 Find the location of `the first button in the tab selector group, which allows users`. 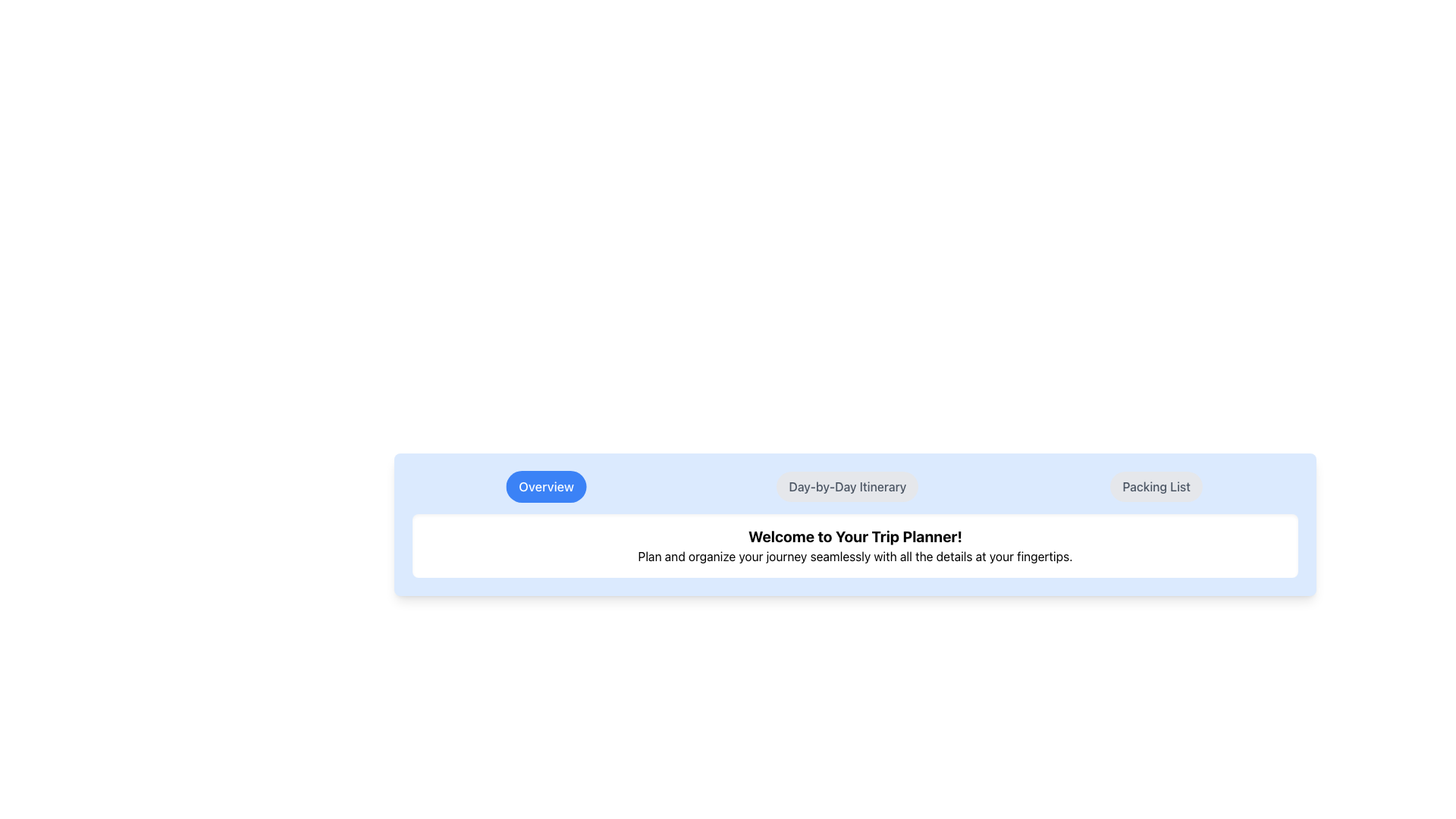

the first button in the tab selector group, which allows users is located at coordinates (546, 486).